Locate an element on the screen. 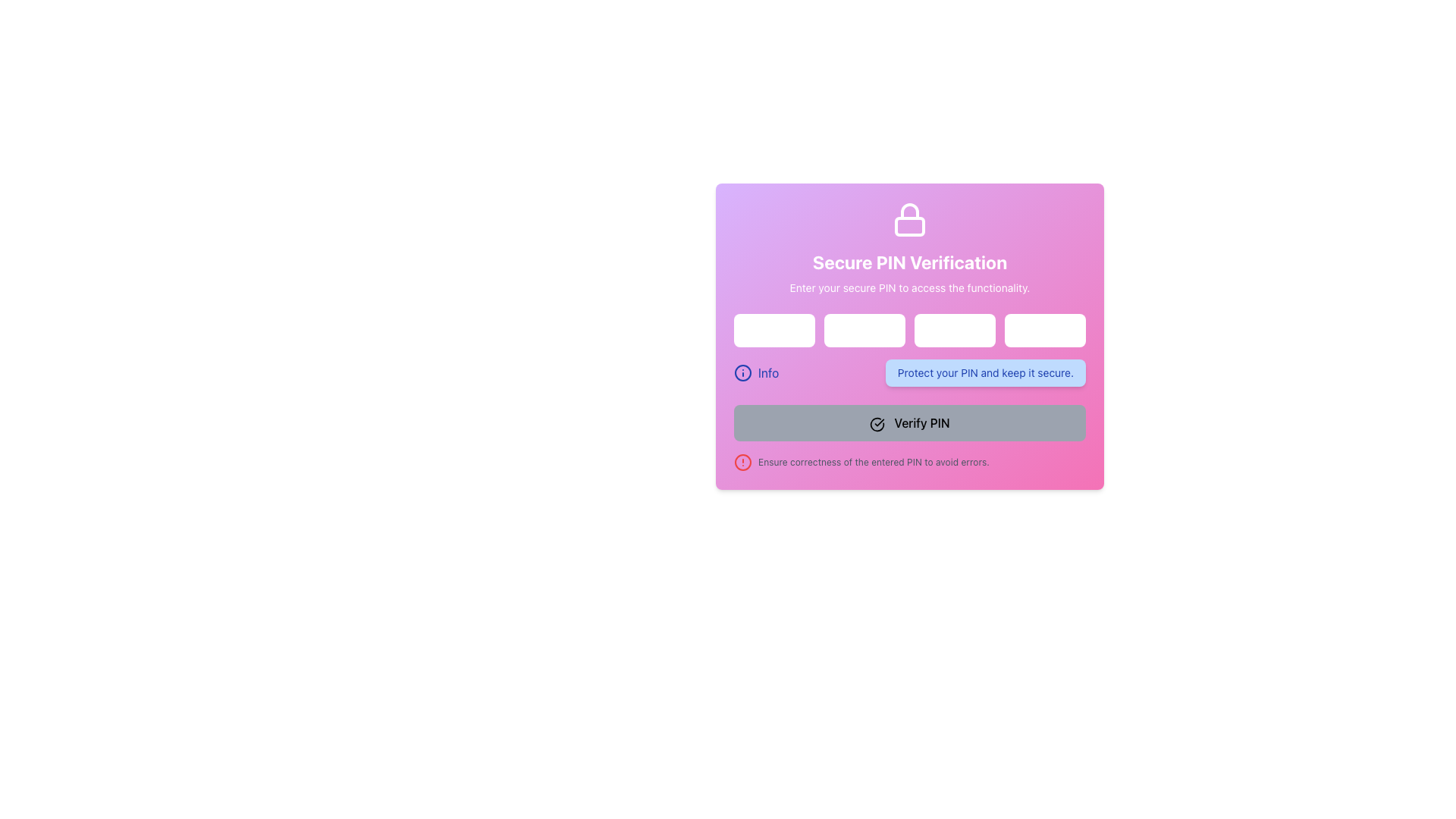  the button used for initiating the PIN verification process, located below the 'Protect your PIN and keep it secure' text is located at coordinates (910, 423).